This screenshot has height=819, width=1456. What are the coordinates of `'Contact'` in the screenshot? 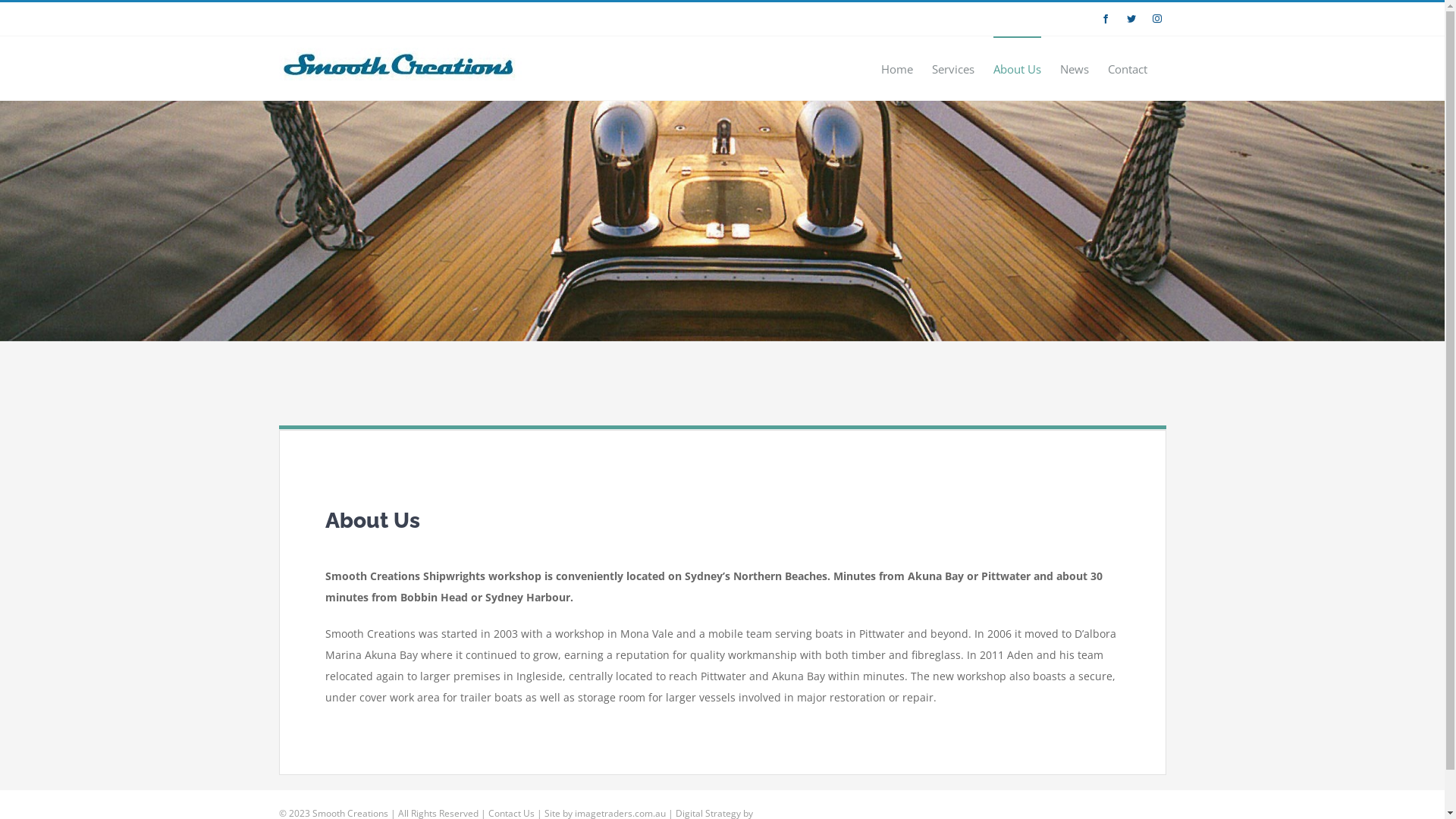 It's located at (1127, 67).